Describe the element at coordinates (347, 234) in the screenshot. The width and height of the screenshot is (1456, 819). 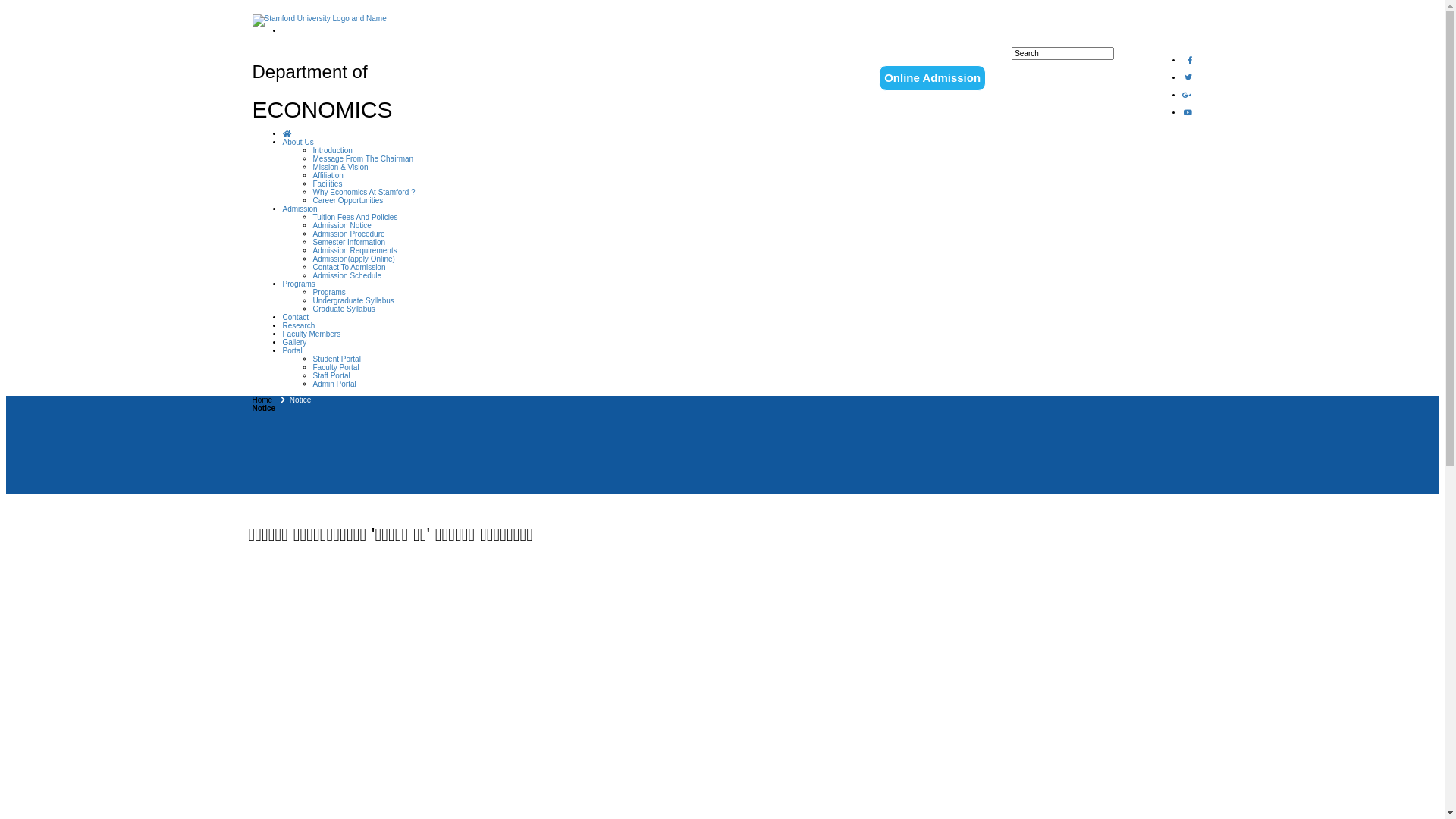
I see `'Admission Procedure'` at that location.